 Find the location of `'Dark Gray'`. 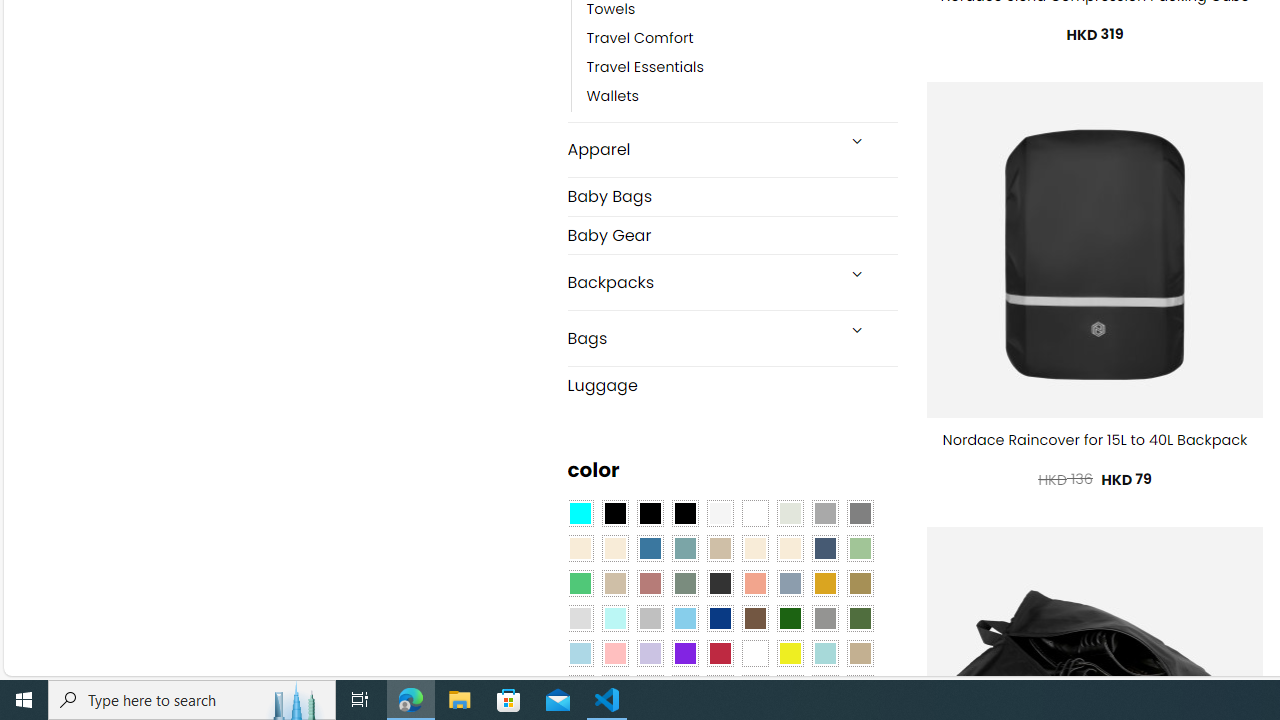

'Dark Gray' is located at coordinates (824, 513).